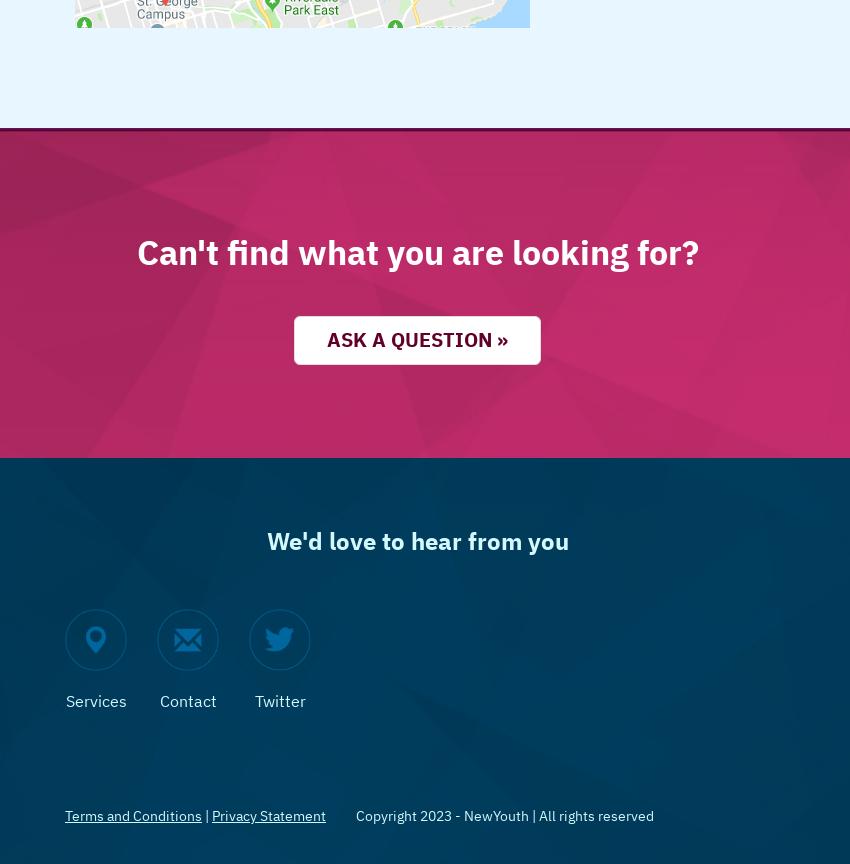 This screenshot has width=850, height=864. I want to click on 'Terms and Conditions', so click(133, 814).